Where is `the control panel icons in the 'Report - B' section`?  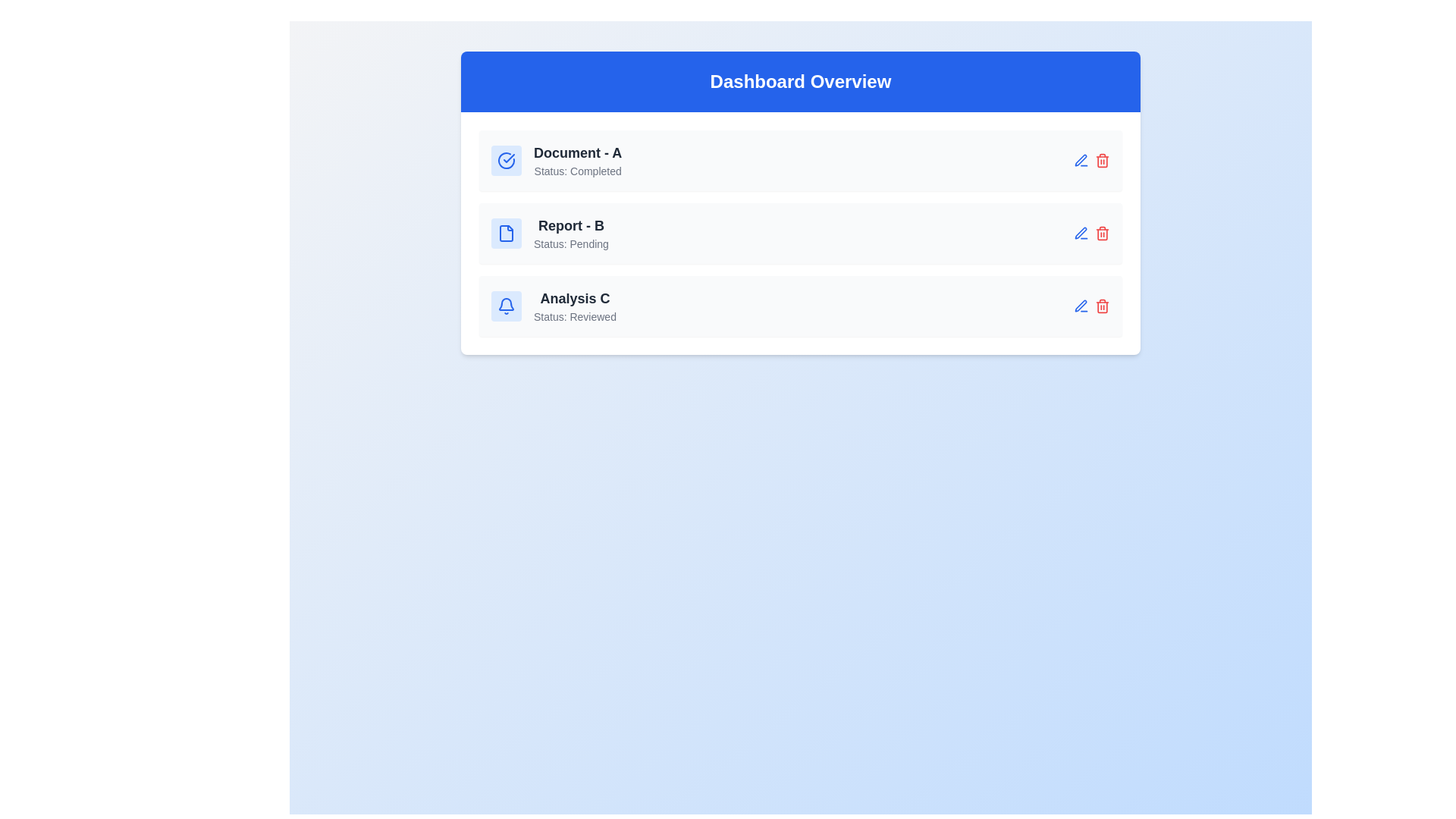 the control panel icons in the 'Report - B' section is located at coordinates (1092, 234).